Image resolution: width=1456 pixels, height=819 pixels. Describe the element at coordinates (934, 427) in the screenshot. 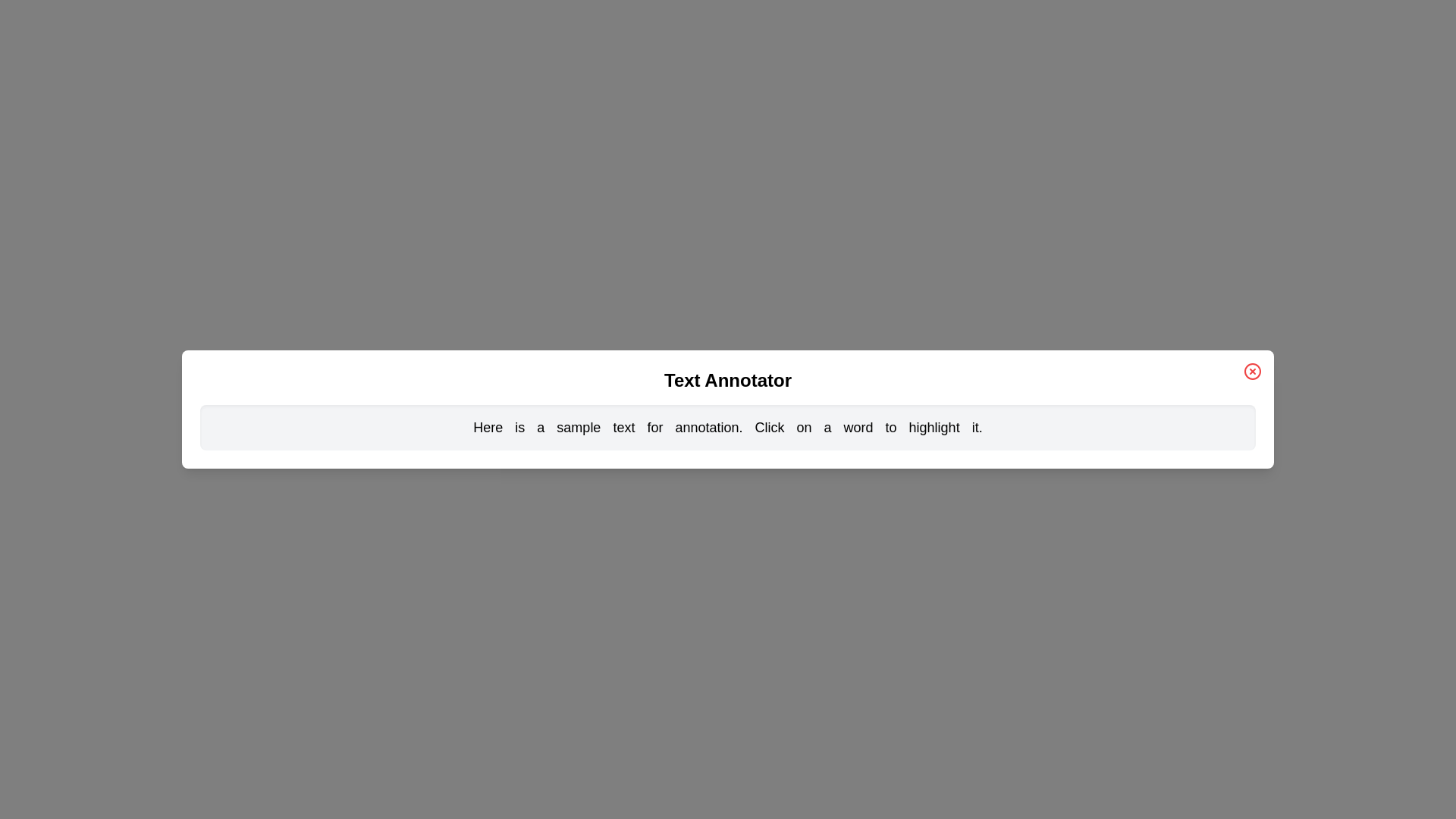

I see `the word 'highlight' to toggle its highlighting` at that location.